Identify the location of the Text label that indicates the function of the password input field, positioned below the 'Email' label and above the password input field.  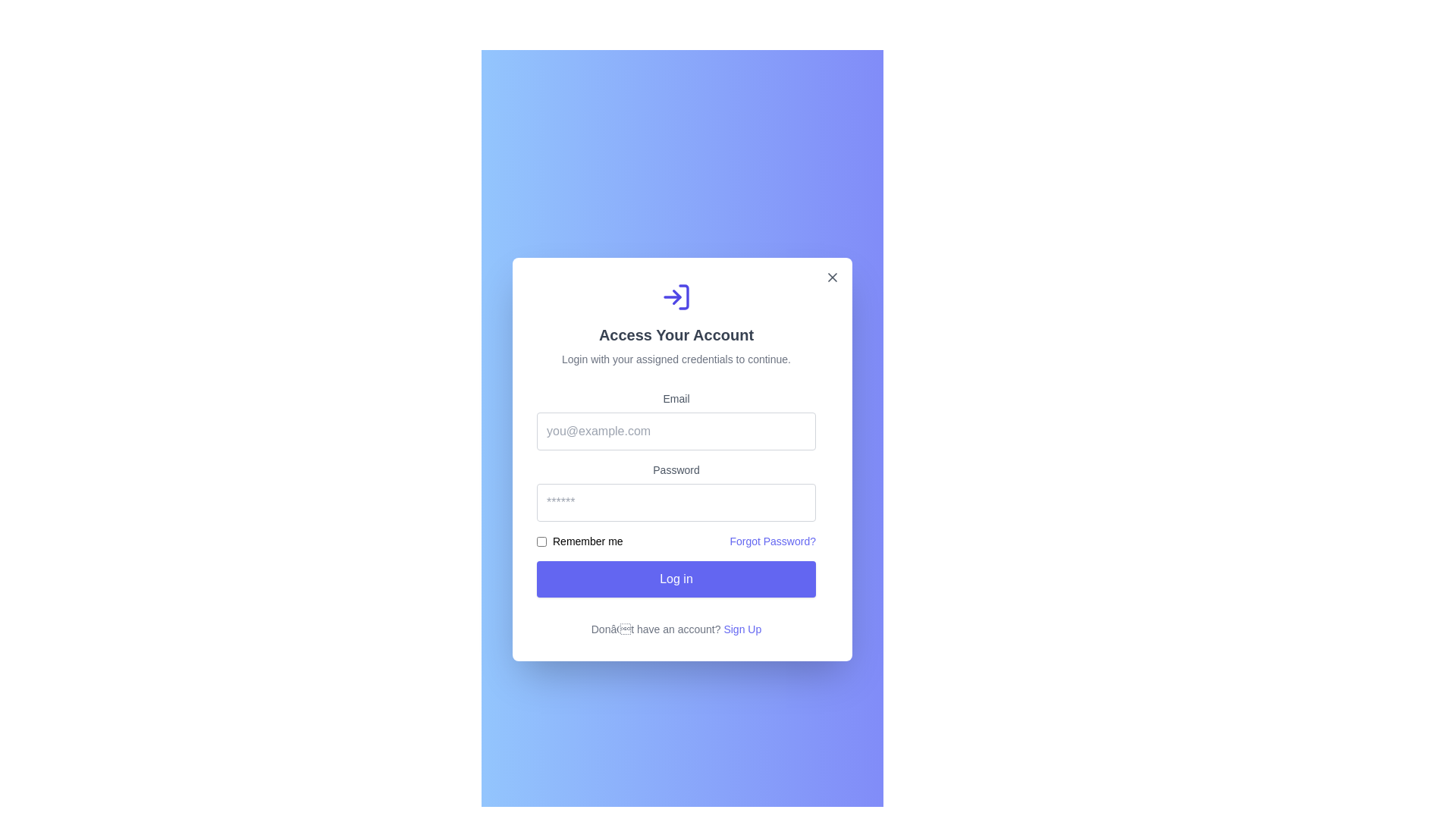
(682, 458).